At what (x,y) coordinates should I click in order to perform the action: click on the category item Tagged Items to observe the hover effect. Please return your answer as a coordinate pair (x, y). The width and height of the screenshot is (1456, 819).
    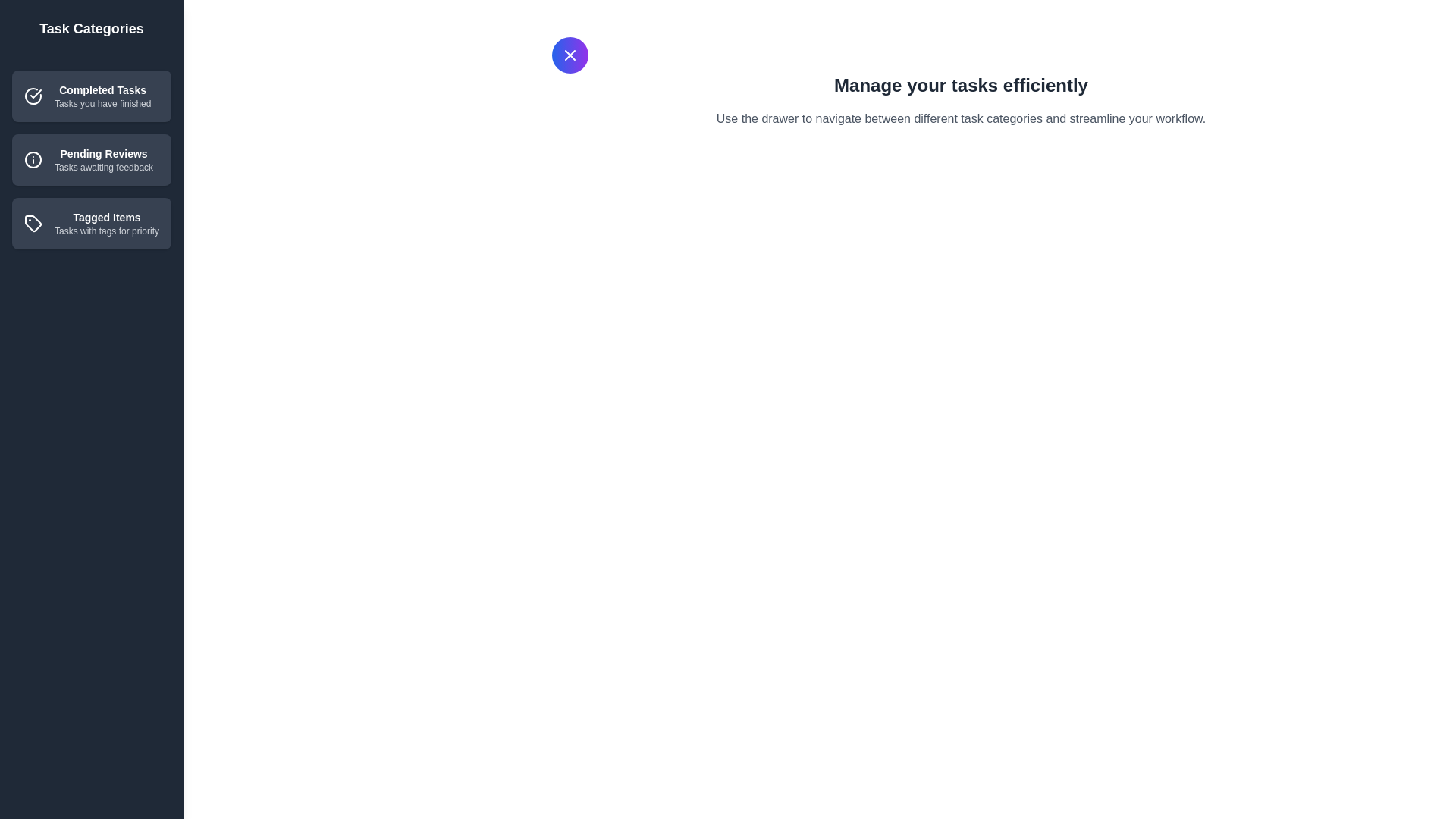
    Looking at the image, I should click on (90, 223).